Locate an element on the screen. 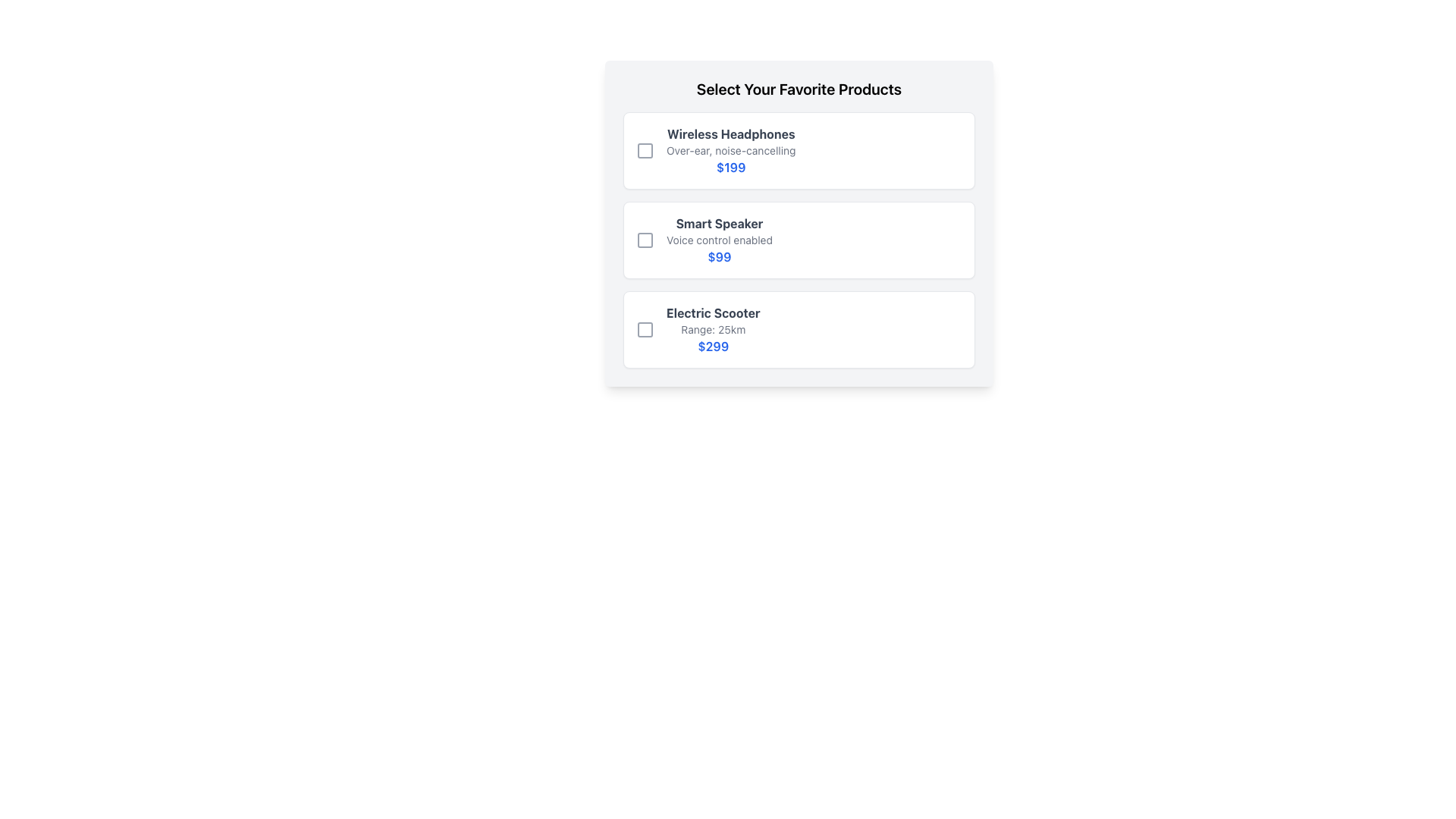 Image resolution: width=1456 pixels, height=819 pixels. text content of the price label displaying '$99' in bold, blue text, located below the 'Smart Speaker' product title within the second product selection box is located at coordinates (719, 256).